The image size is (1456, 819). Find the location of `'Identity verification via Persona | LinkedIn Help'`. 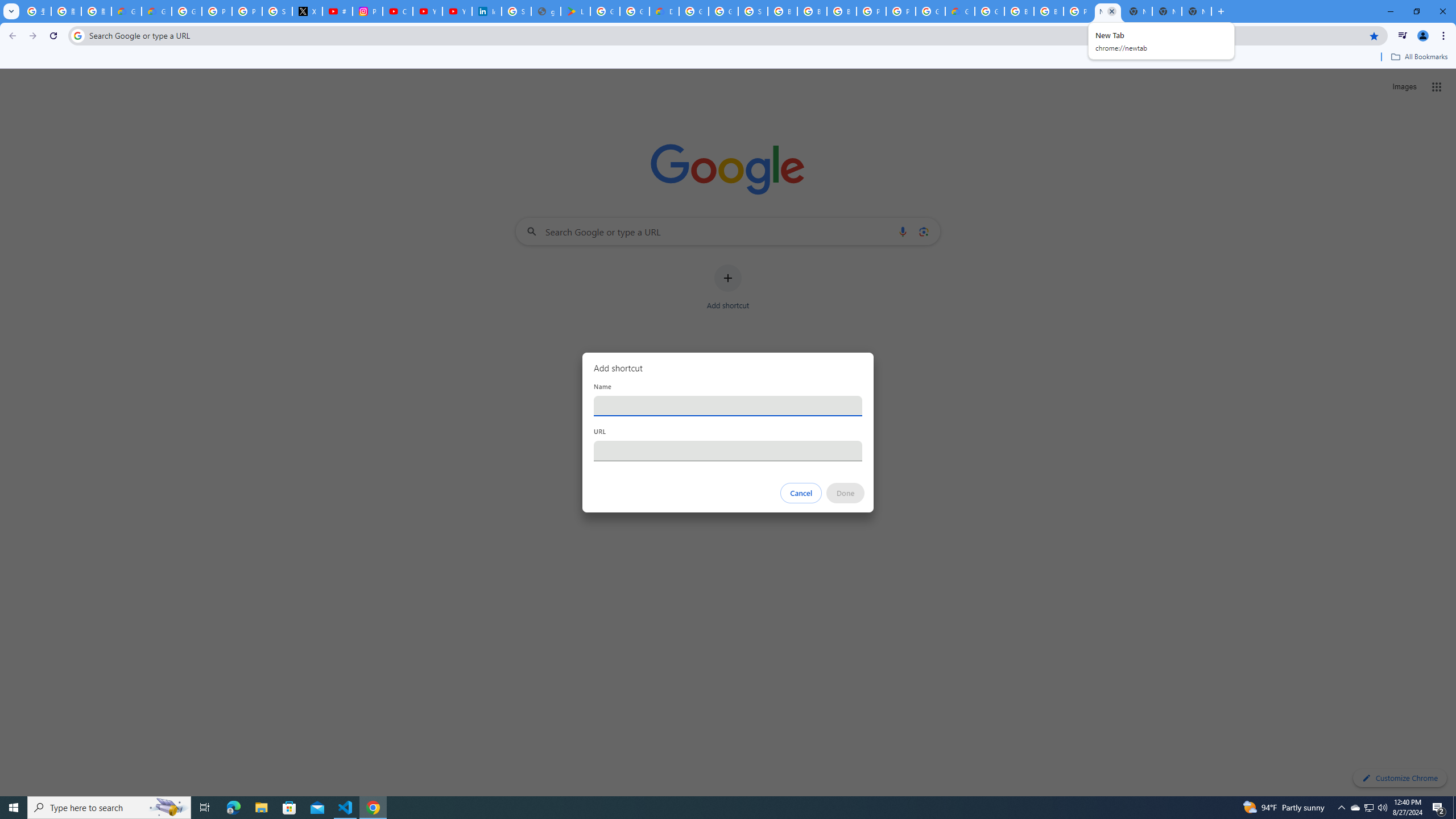

'Identity verification via Persona | LinkedIn Help' is located at coordinates (487, 11).